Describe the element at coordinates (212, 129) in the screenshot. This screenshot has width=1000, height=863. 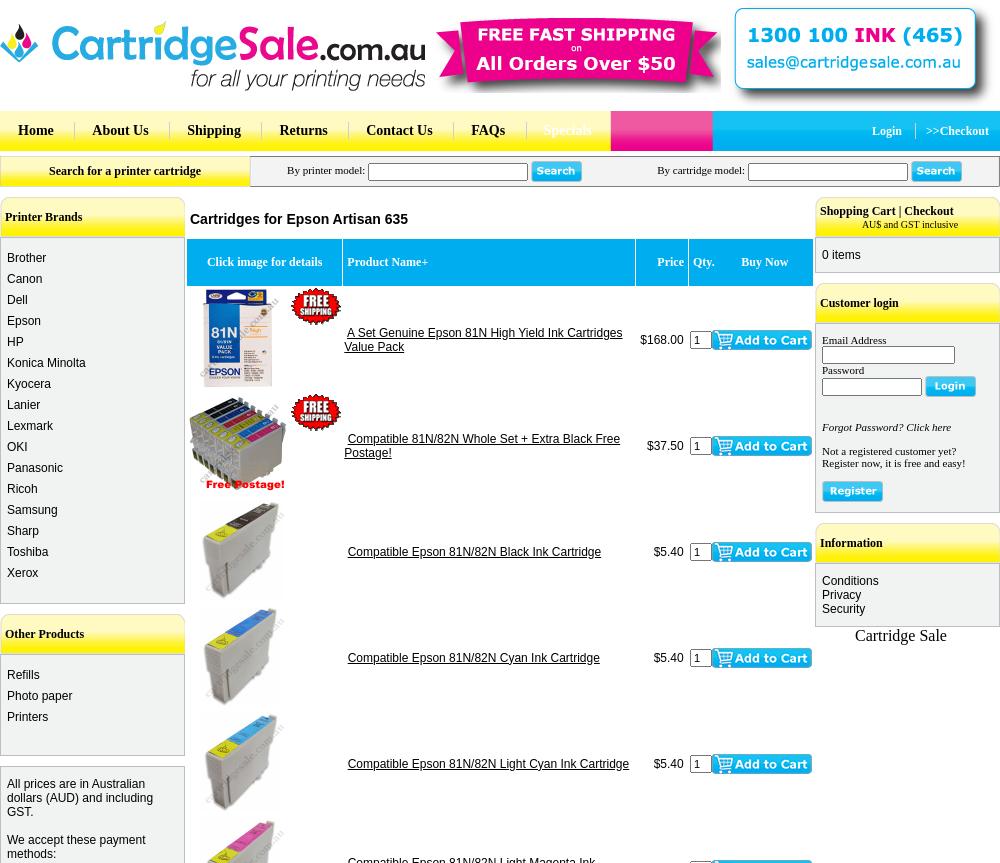
I see `'Shipping'` at that location.